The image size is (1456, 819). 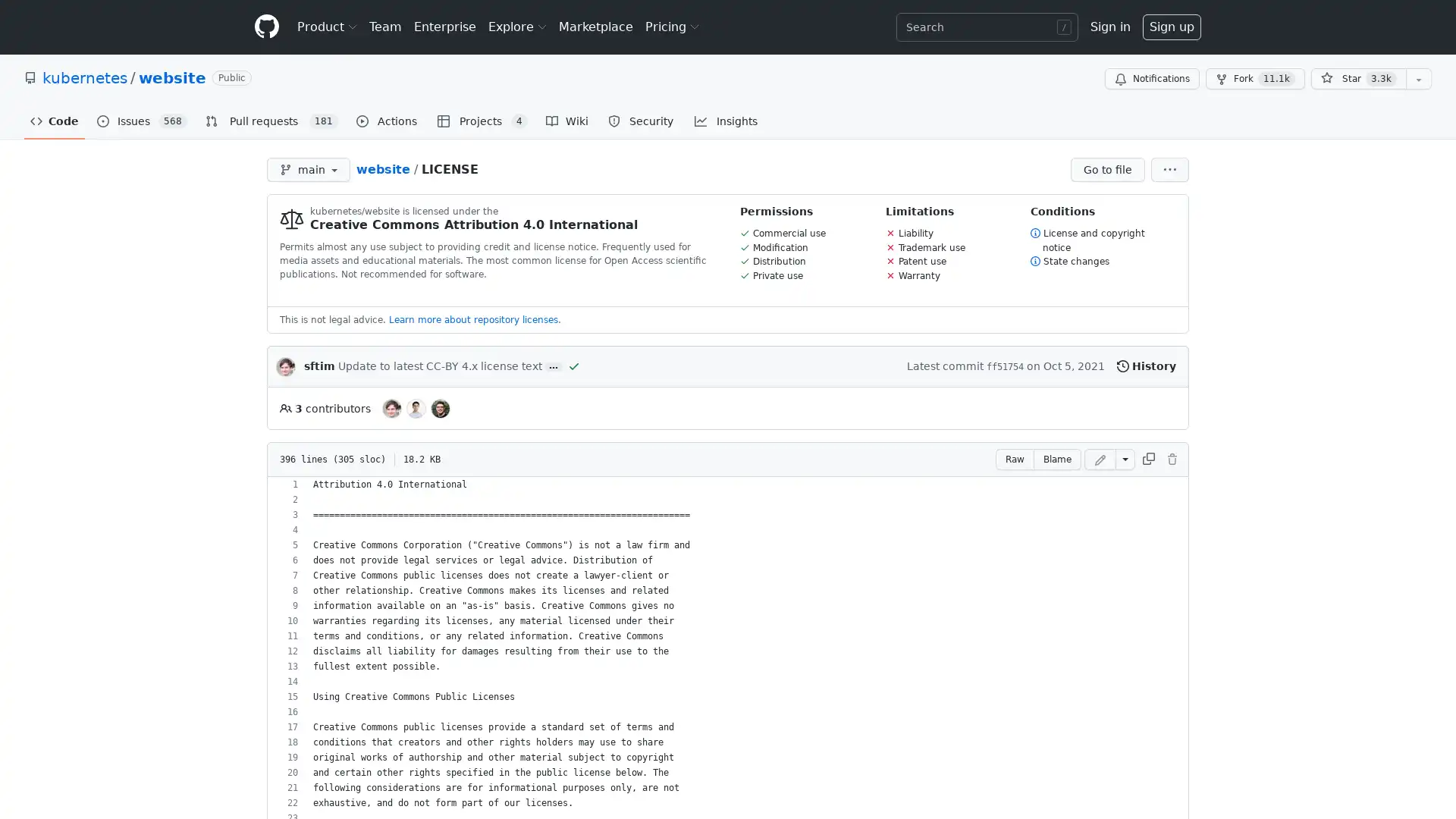 What do you see at coordinates (324, 407) in the screenshot?
I see `3 contributors` at bounding box center [324, 407].